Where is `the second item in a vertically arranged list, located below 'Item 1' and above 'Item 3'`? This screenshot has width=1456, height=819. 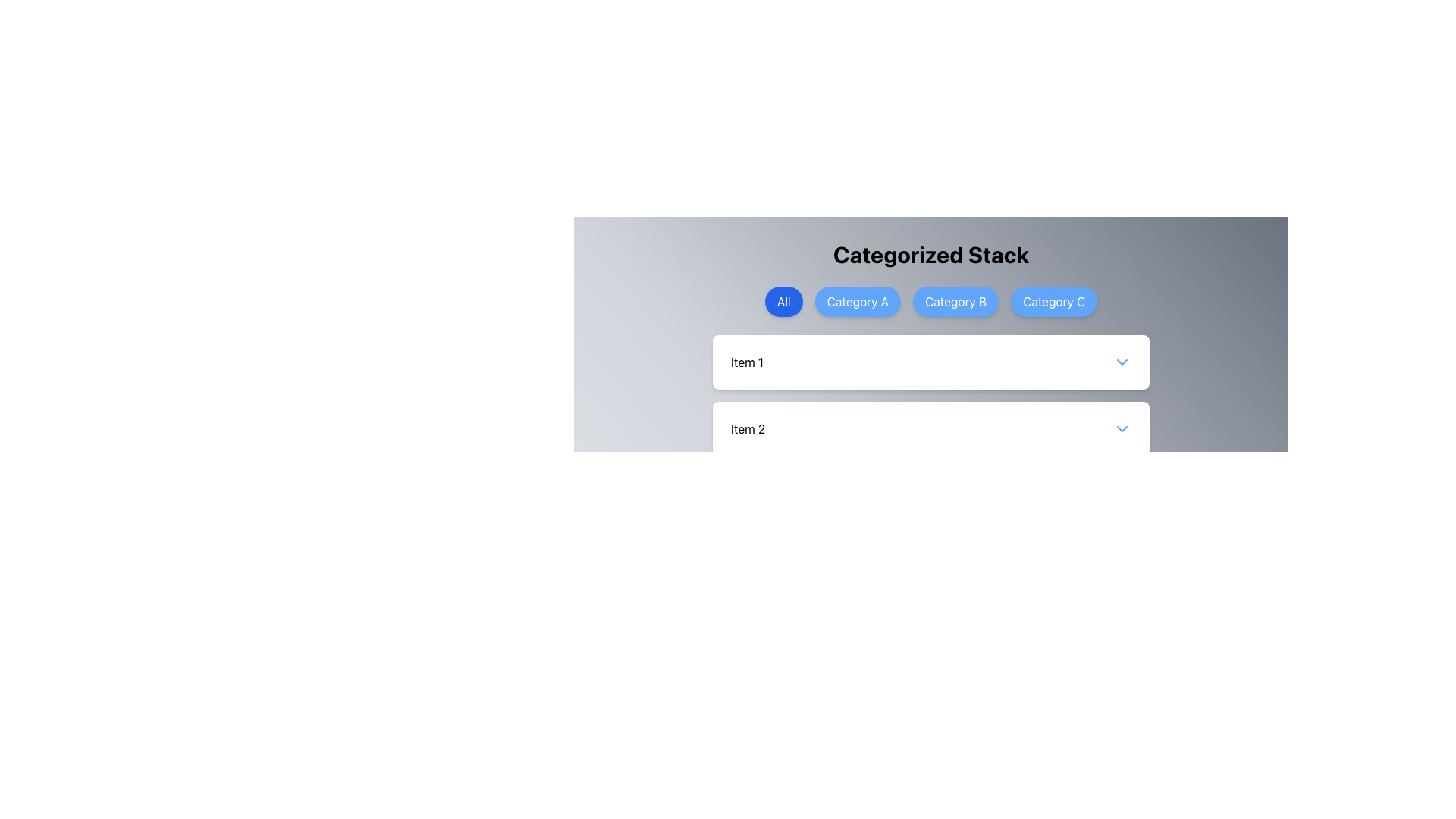
the second item in a vertically arranged list, located below 'Item 1' and above 'Item 3' is located at coordinates (930, 429).